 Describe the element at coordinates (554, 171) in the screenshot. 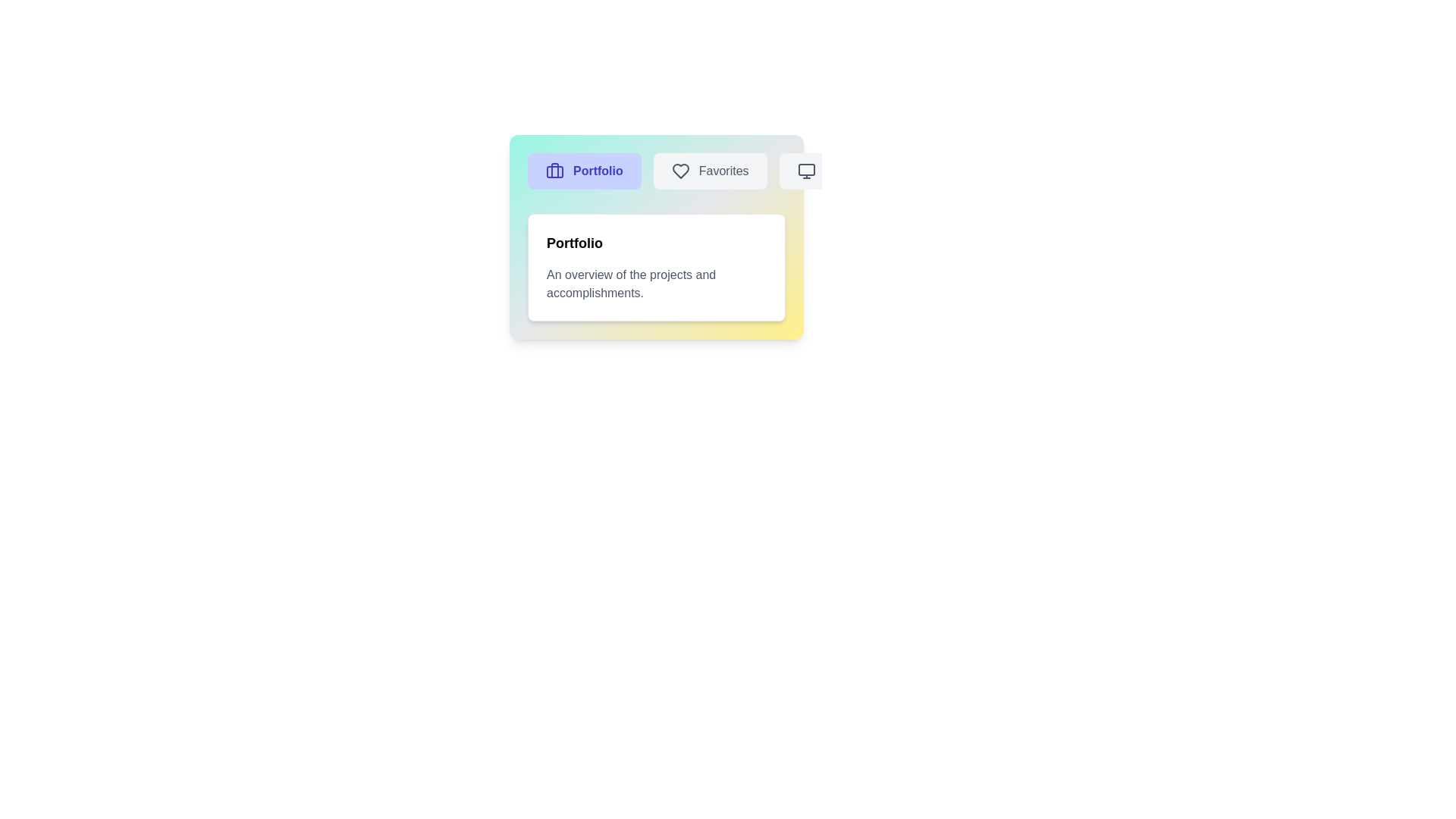

I see `the icon next to the tab labeled Portfolio` at that location.